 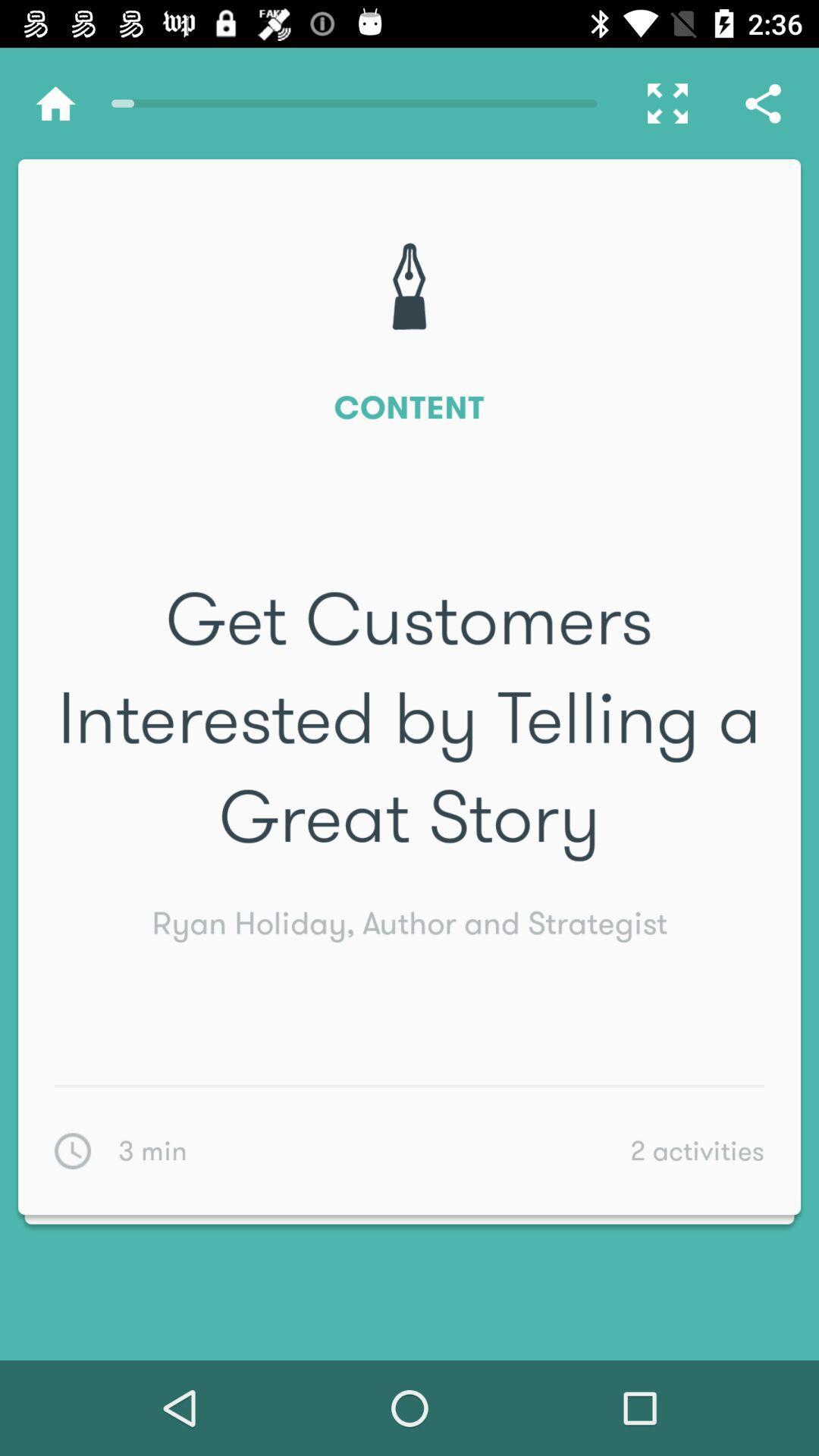 I want to click on the home icon, so click(x=55, y=102).